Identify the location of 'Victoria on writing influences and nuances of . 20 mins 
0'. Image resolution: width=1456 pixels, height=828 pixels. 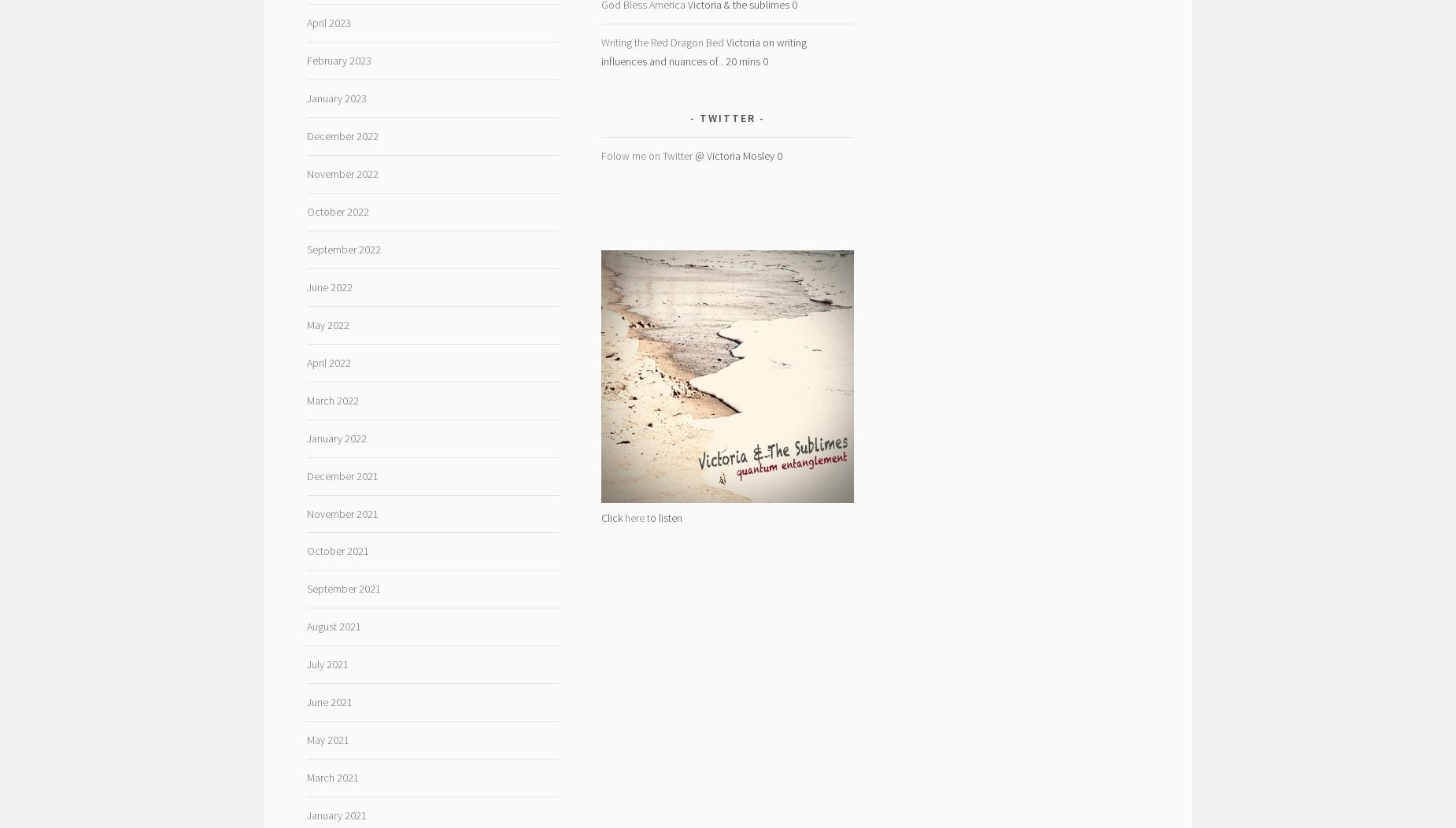
(704, 50).